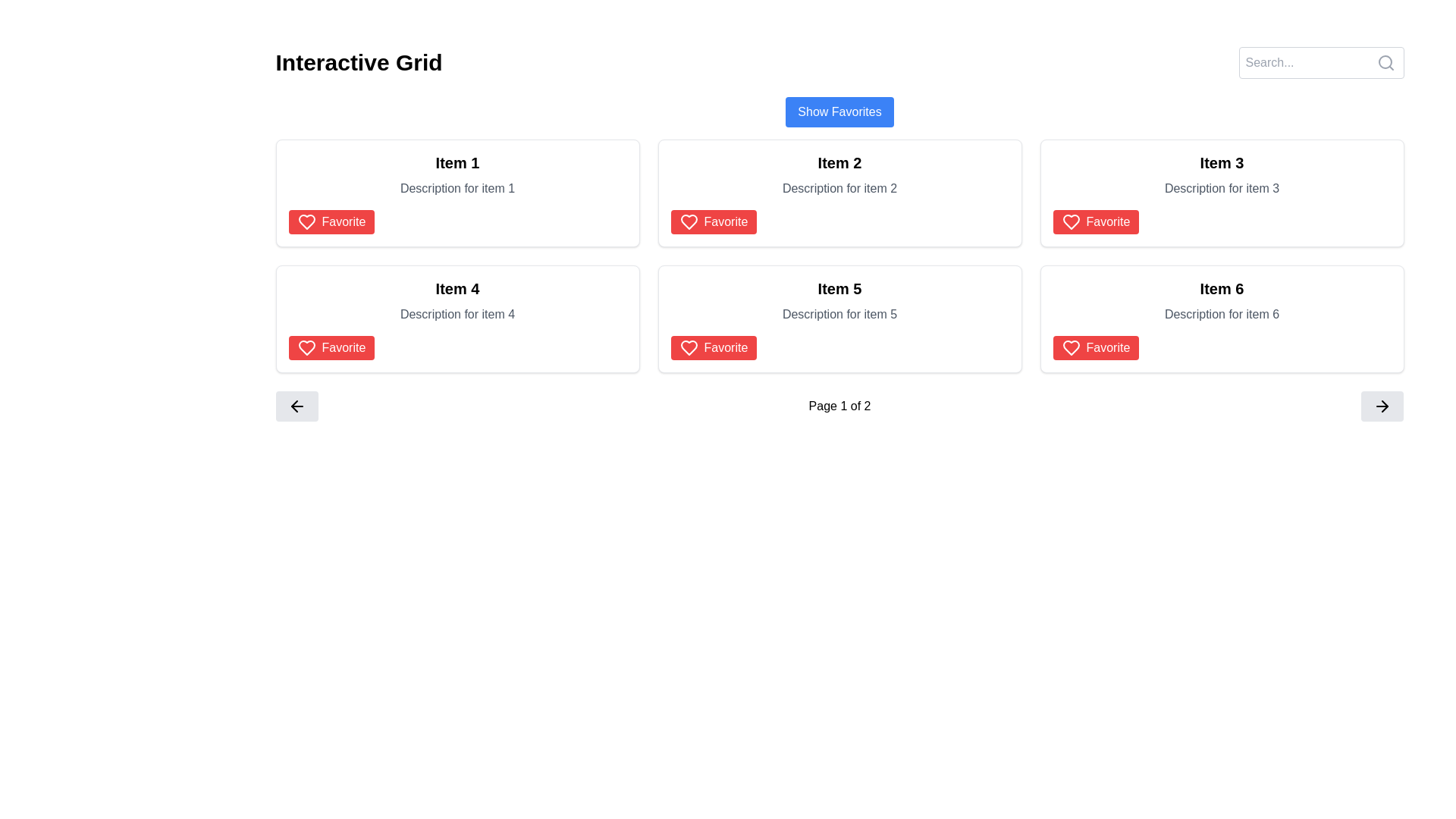  I want to click on the 'Favorite' toggle button located within the card labeled 'Item 4', positioned below the description text 'Description for item 4', so click(331, 348).